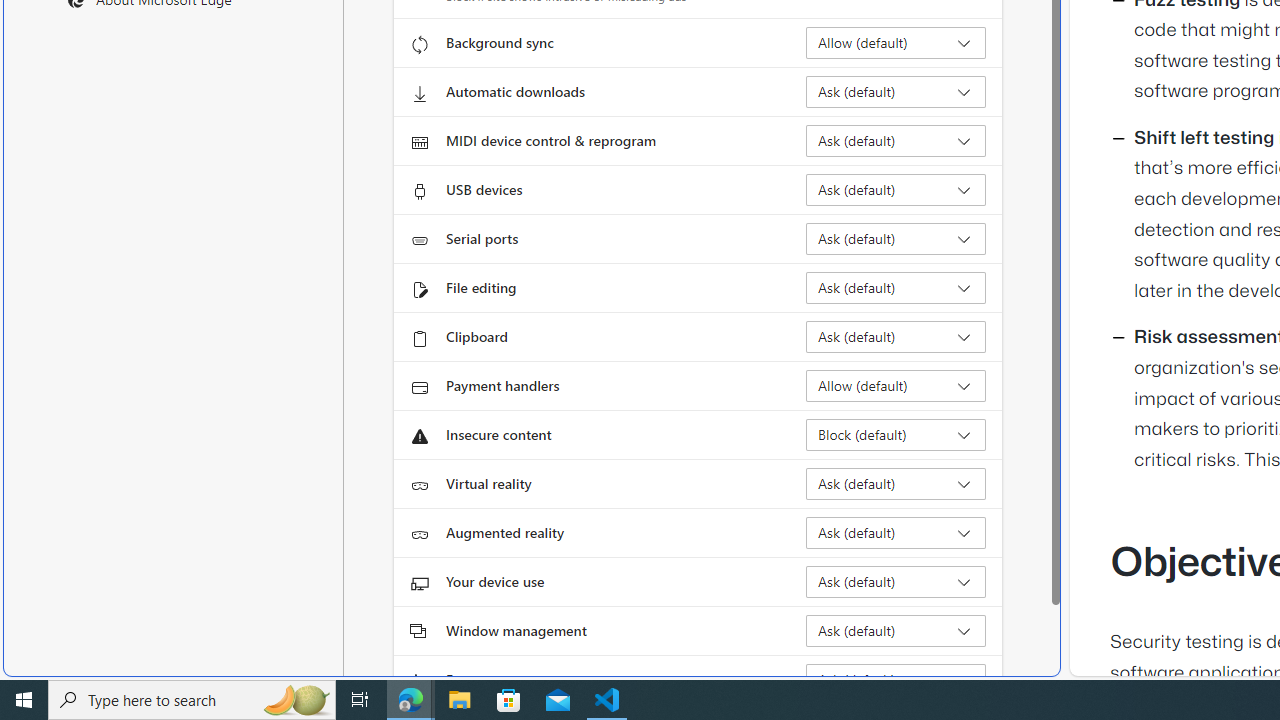 The height and width of the screenshot is (720, 1280). Describe the element at coordinates (895, 140) in the screenshot. I see `'MIDI device control & reprogram Ask (default)'` at that location.